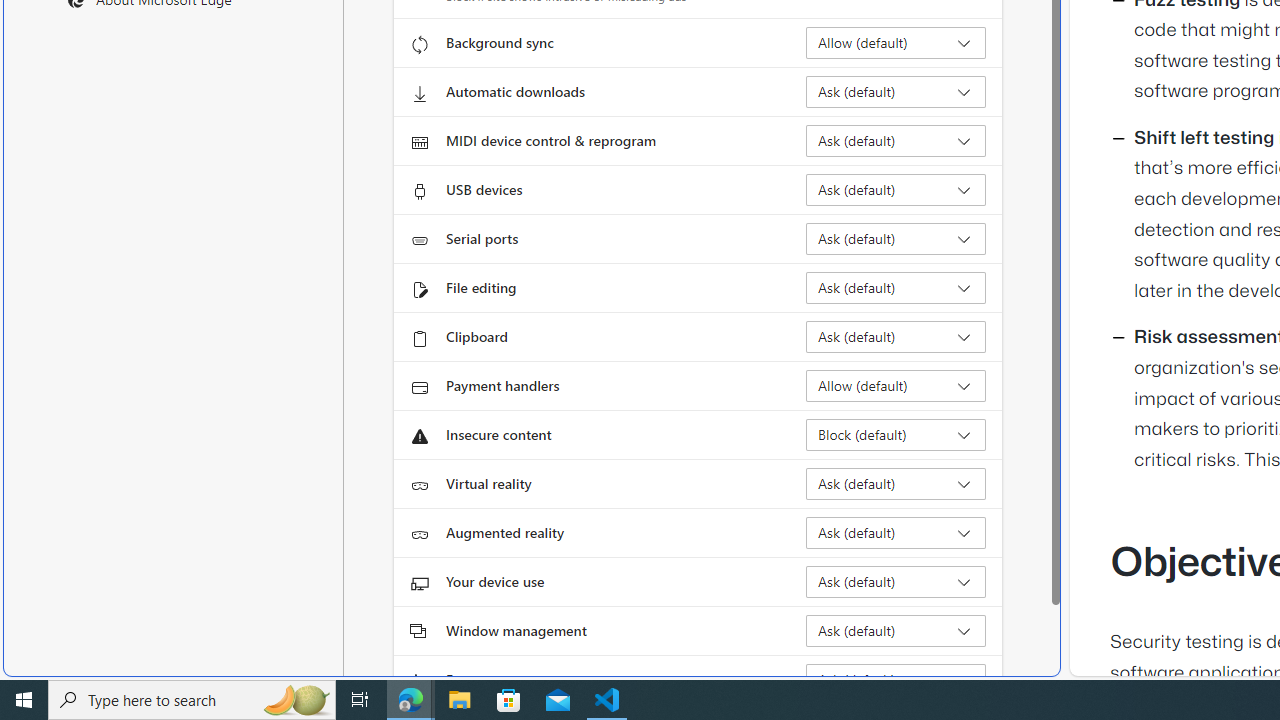 The height and width of the screenshot is (720, 1280). Describe the element at coordinates (895, 140) in the screenshot. I see `'MIDI device control & reprogram Ask (default)'` at that location.